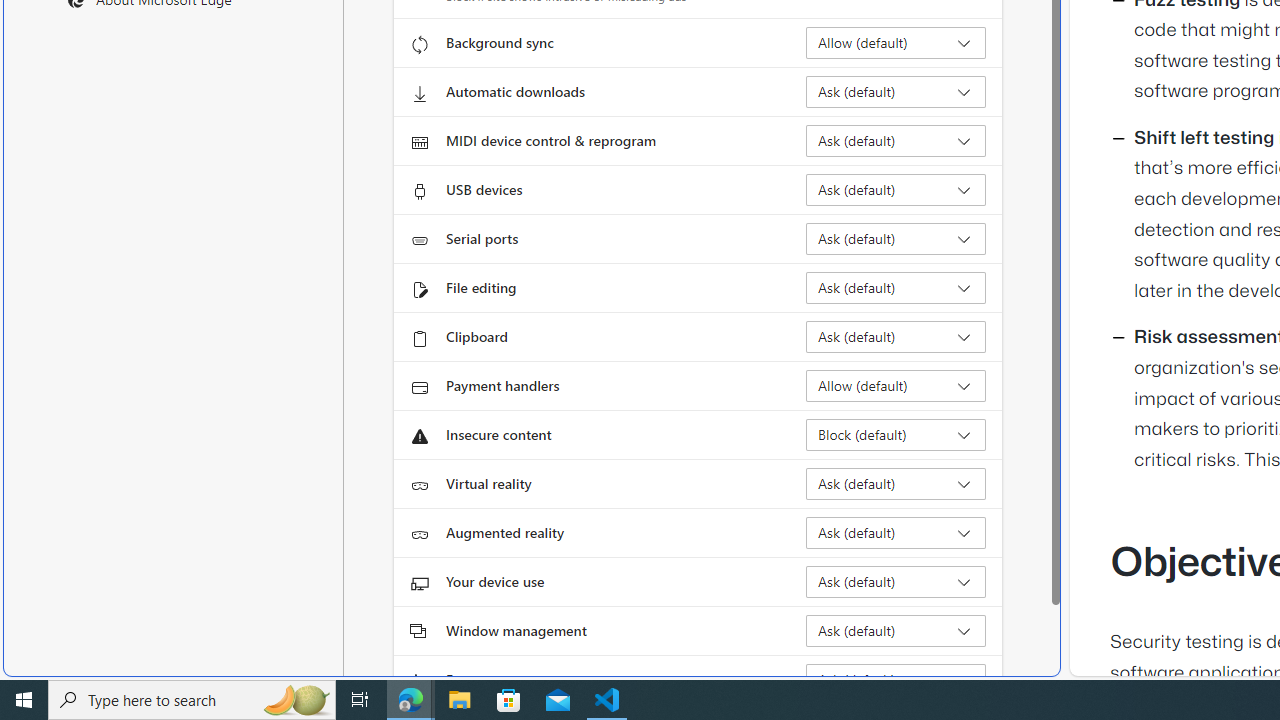 The height and width of the screenshot is (720, 1280). Describe the element at coordinates (895, 140) in the screenshot. I see `'MIDI device control & reprogram Ask (default)'` at that location.